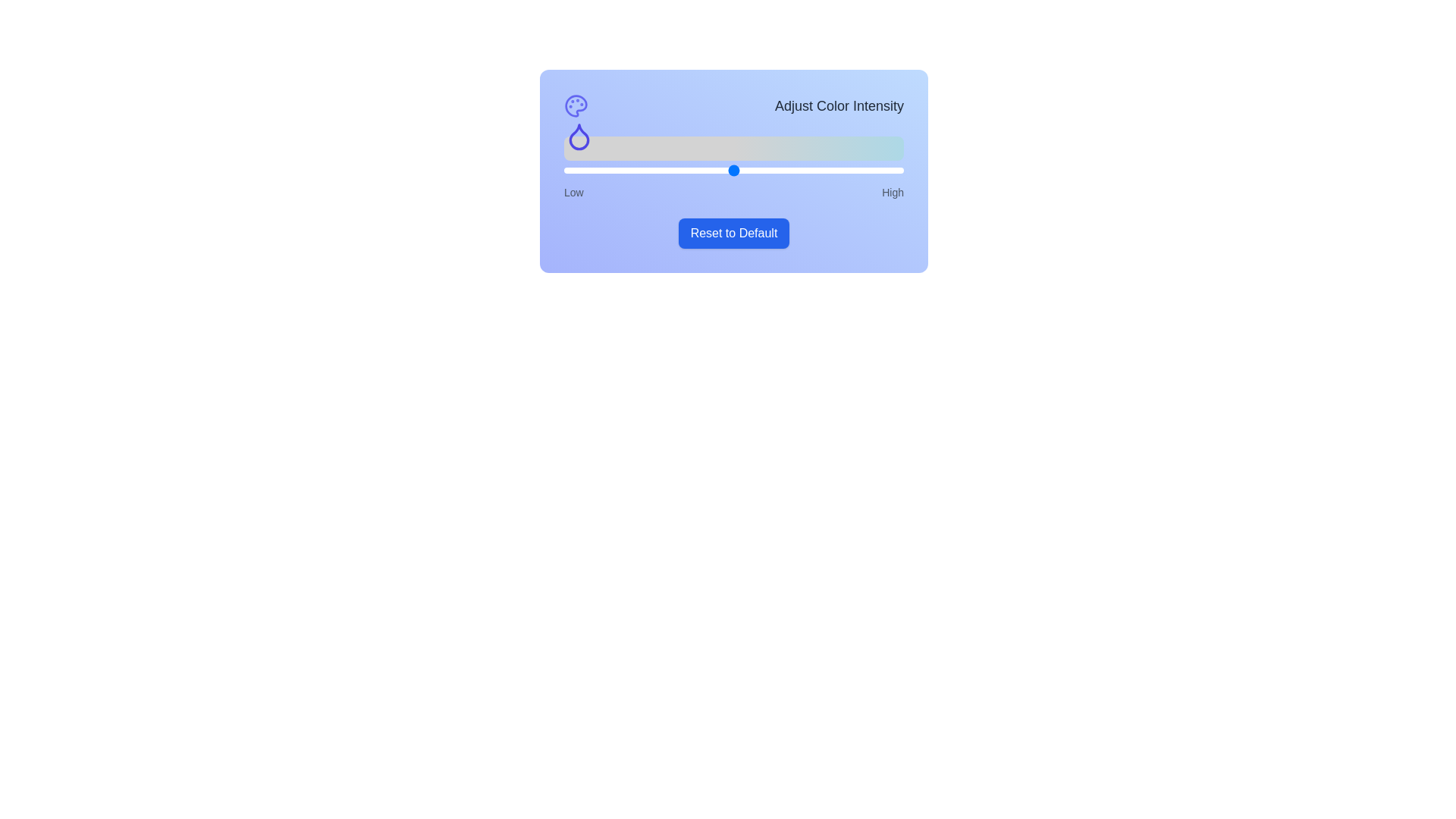  I want to click on the 'Reset to Default' button to reset the slider value, so click(734, 234).